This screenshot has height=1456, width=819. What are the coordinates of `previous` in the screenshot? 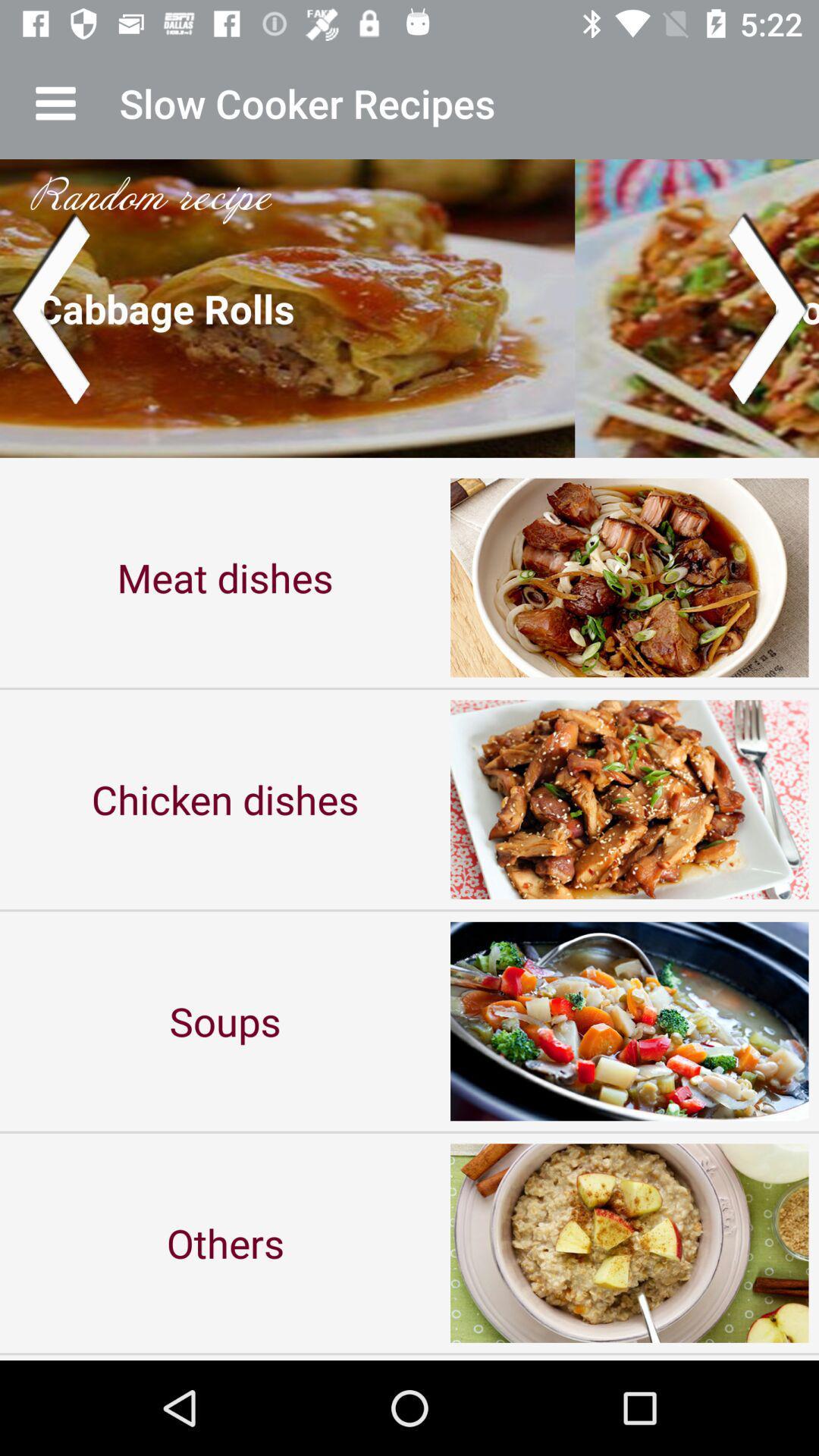 It's located at (49, 307).